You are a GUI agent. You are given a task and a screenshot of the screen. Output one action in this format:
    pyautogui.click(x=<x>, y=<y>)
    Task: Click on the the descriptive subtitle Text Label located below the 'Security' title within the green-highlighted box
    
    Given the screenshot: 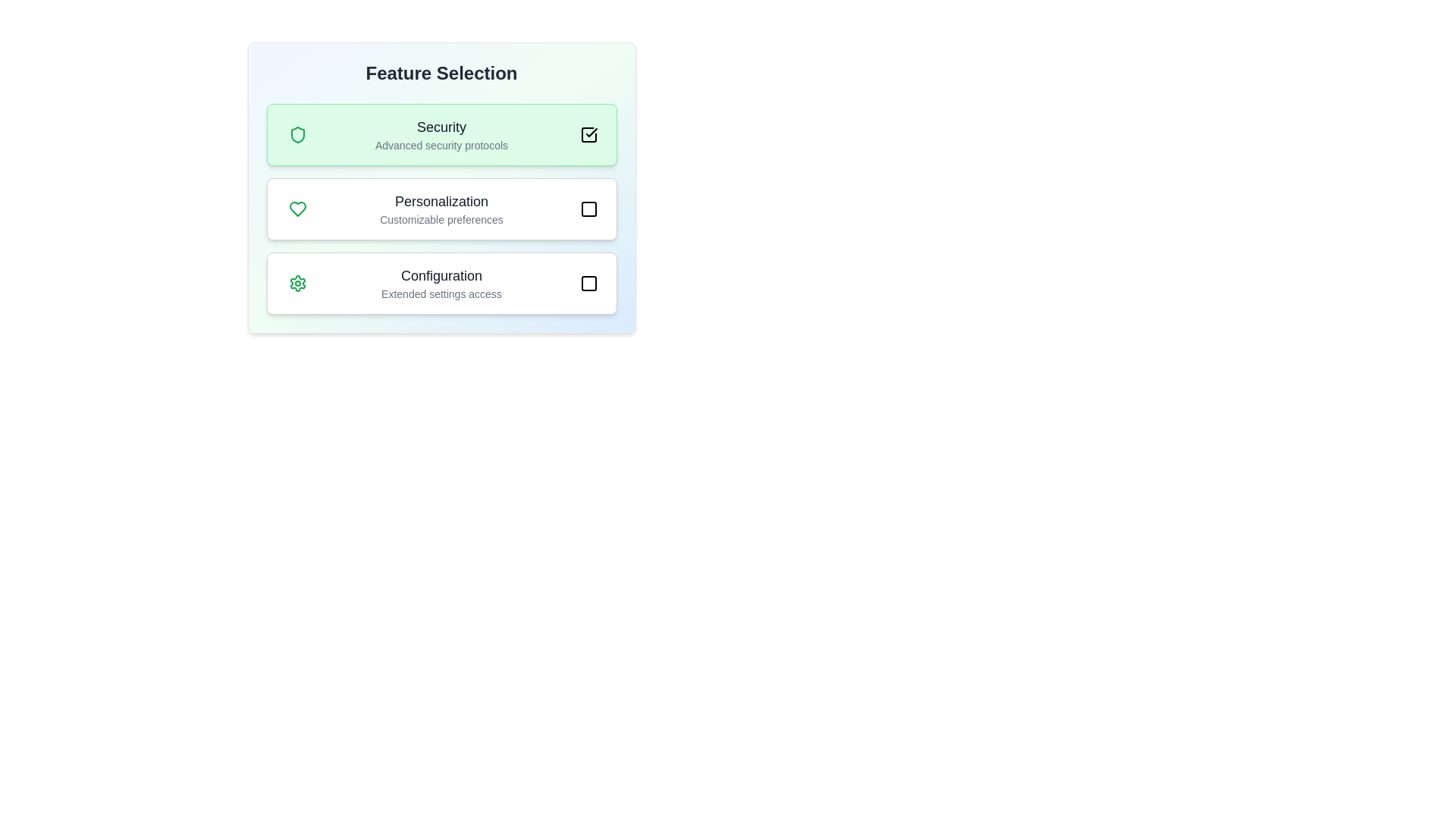 What is the action you would take?
    pyautogui.click(x=441, y=146)
    